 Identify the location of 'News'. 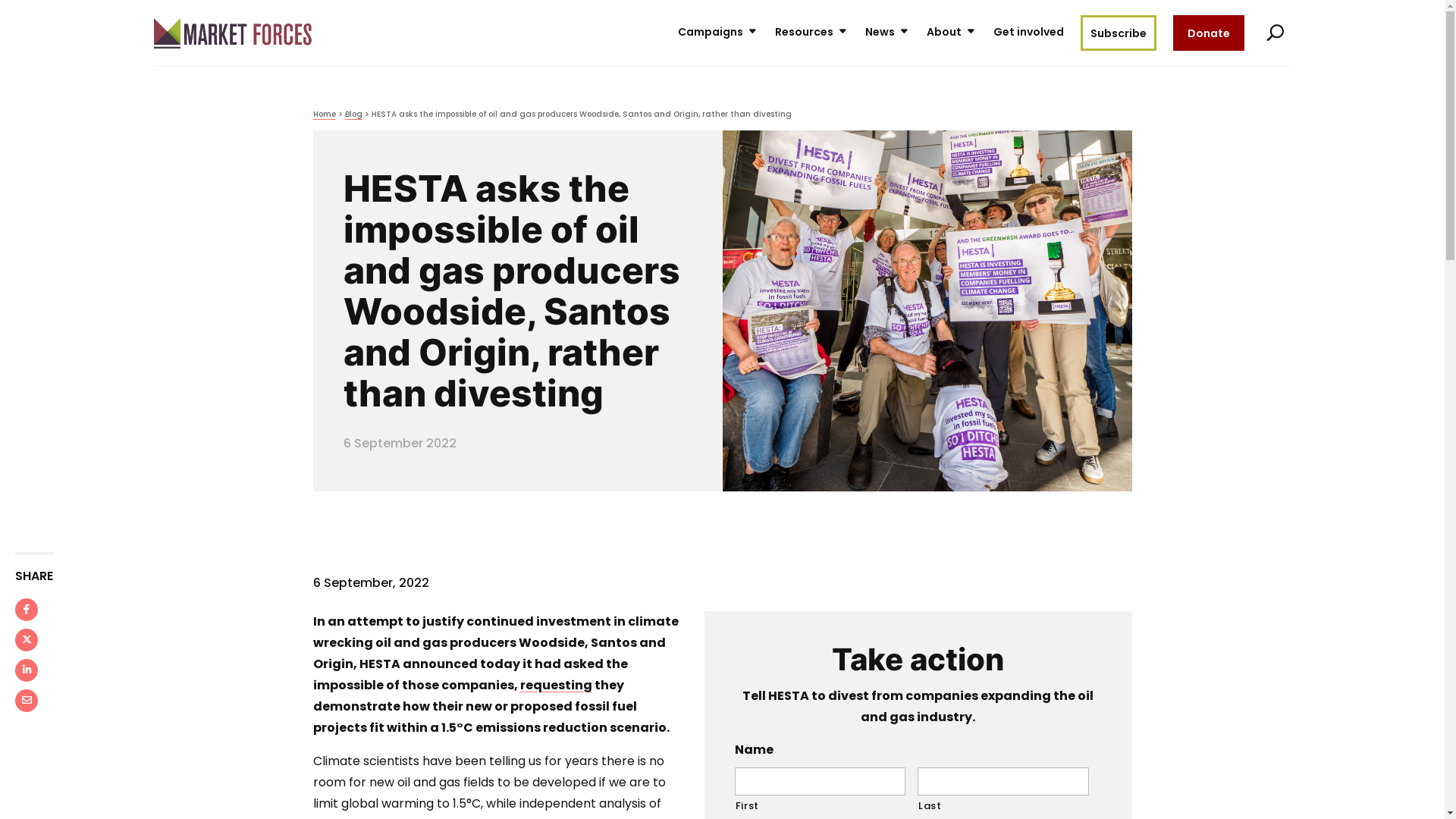
(886, 33).